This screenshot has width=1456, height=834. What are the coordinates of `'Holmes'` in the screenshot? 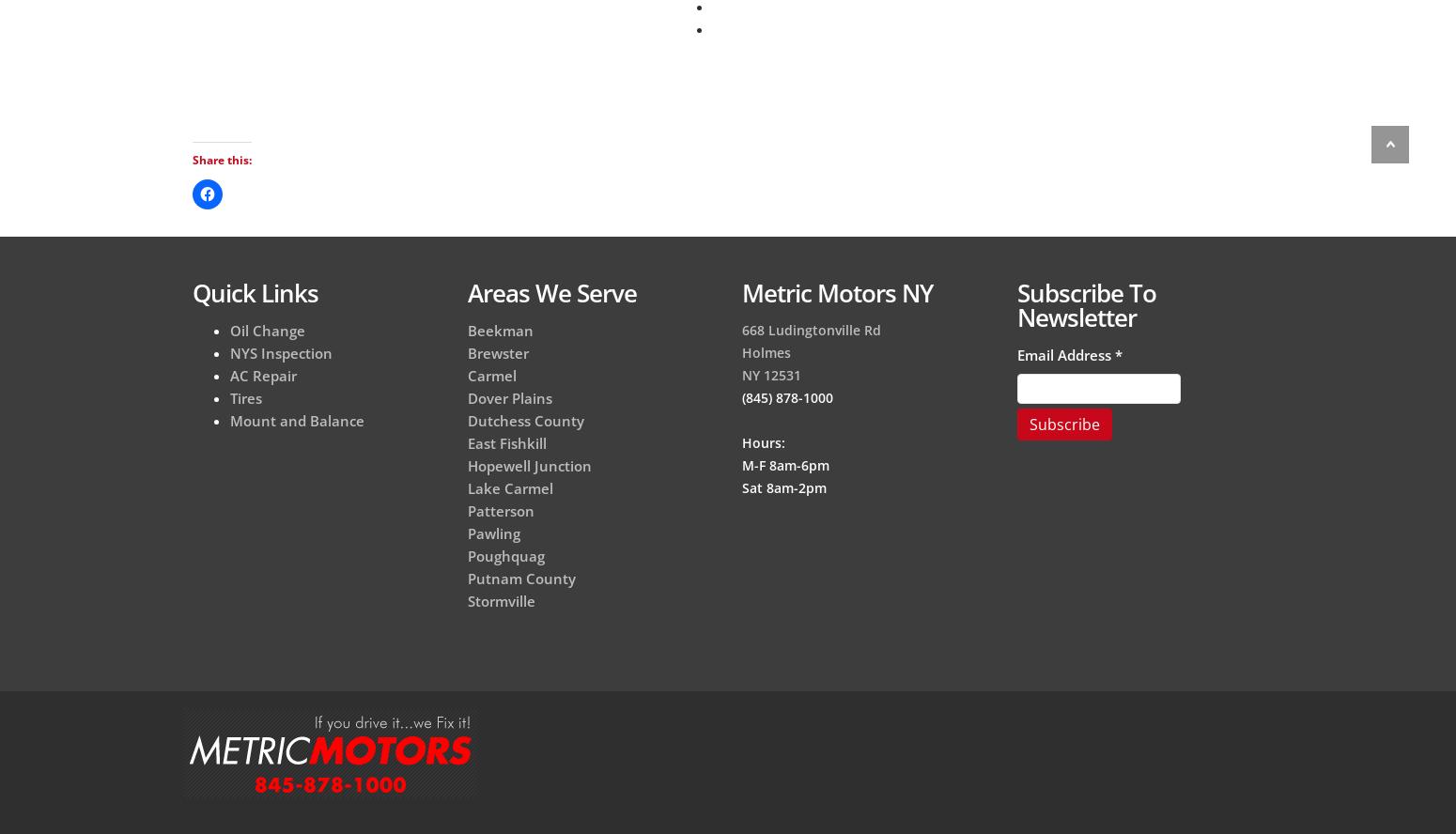 It's located at (741, 351).